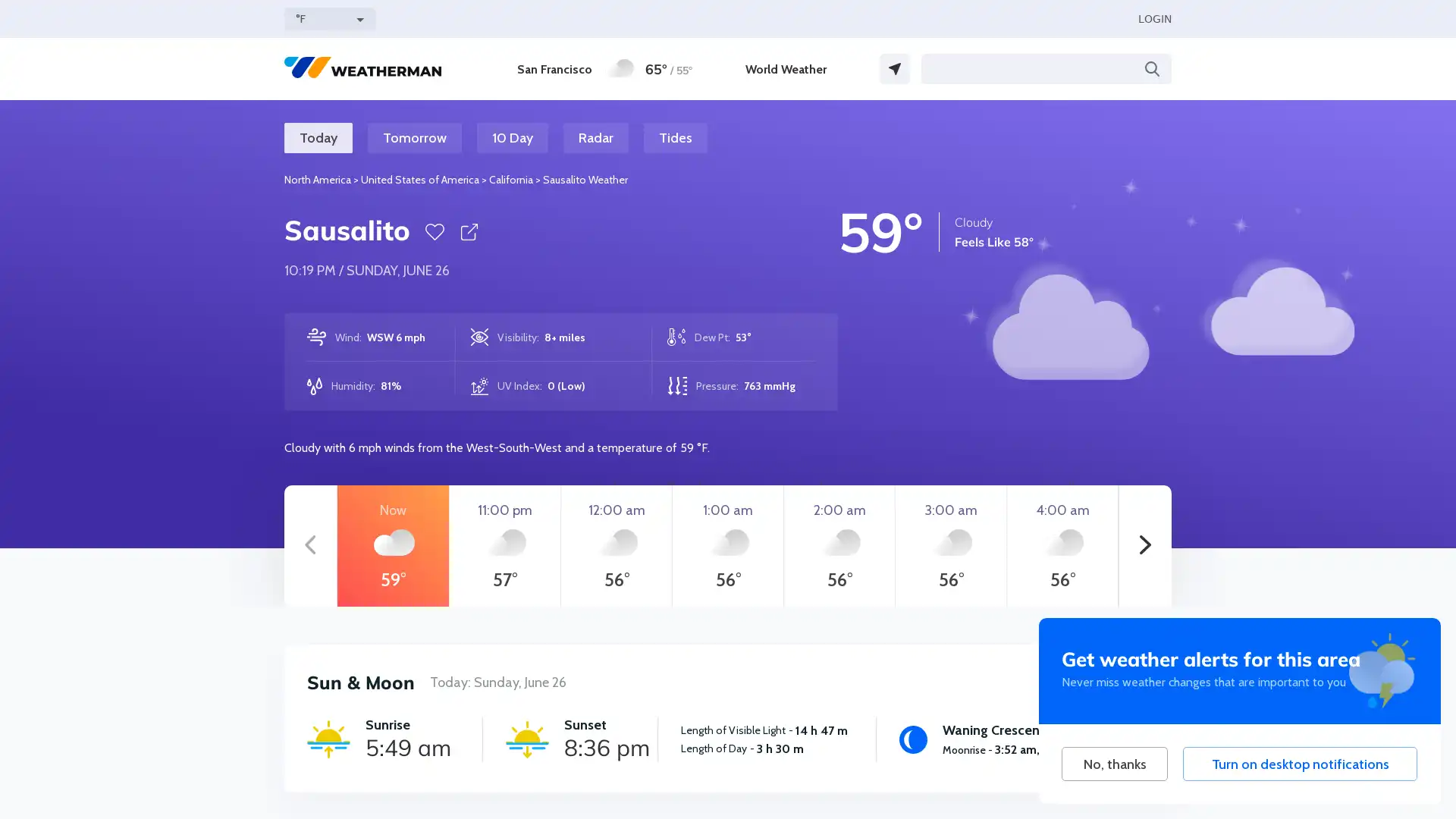 The width and height of the screenshot is (1456, 819). Describe the element at coordinates (434, 231) in the screenshot. I see `Favorite` at that location.